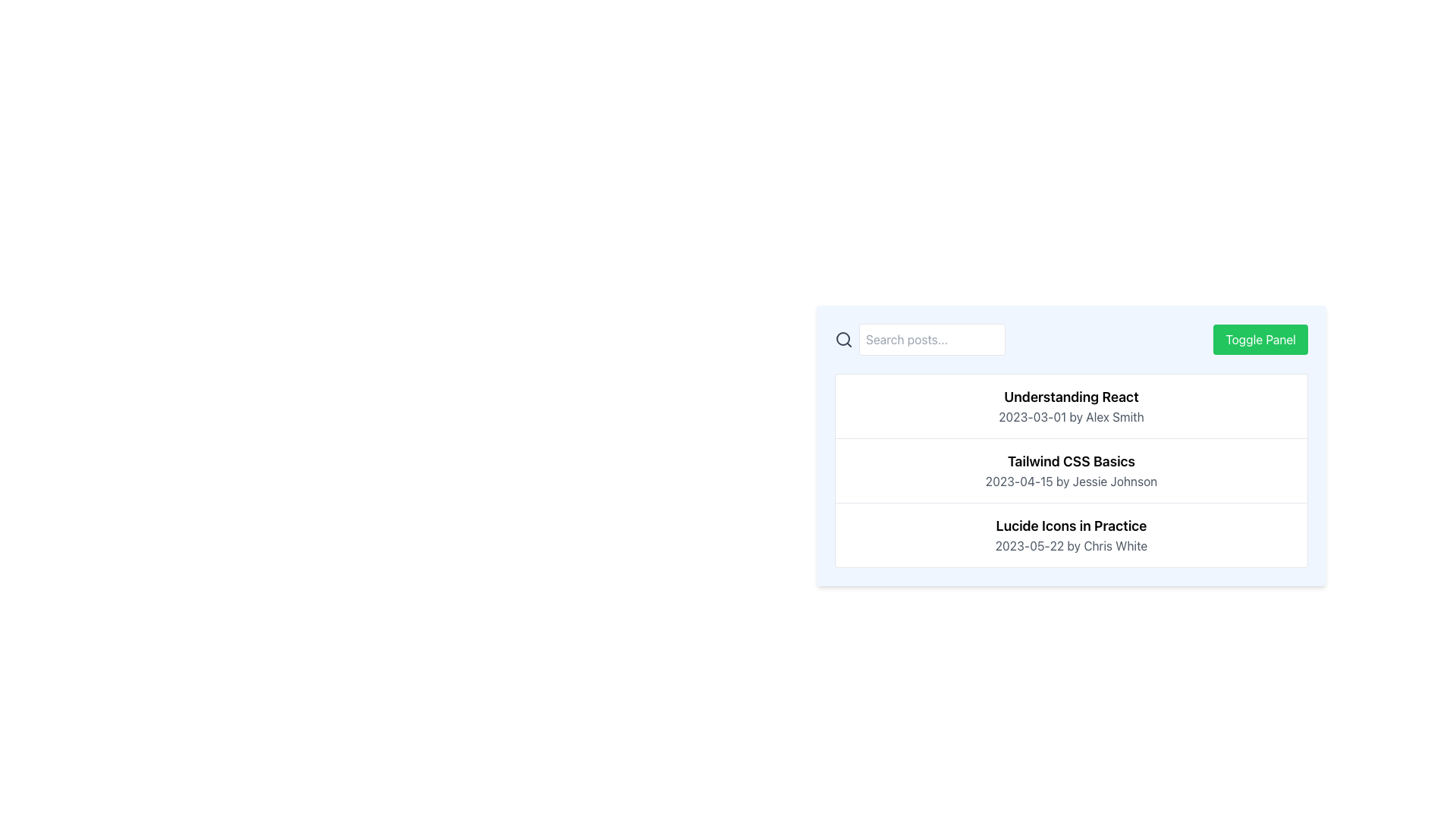  I want to click on the solid circular shape located within the magnifying glass icon at the left end of the search bar, so click(843, 338).